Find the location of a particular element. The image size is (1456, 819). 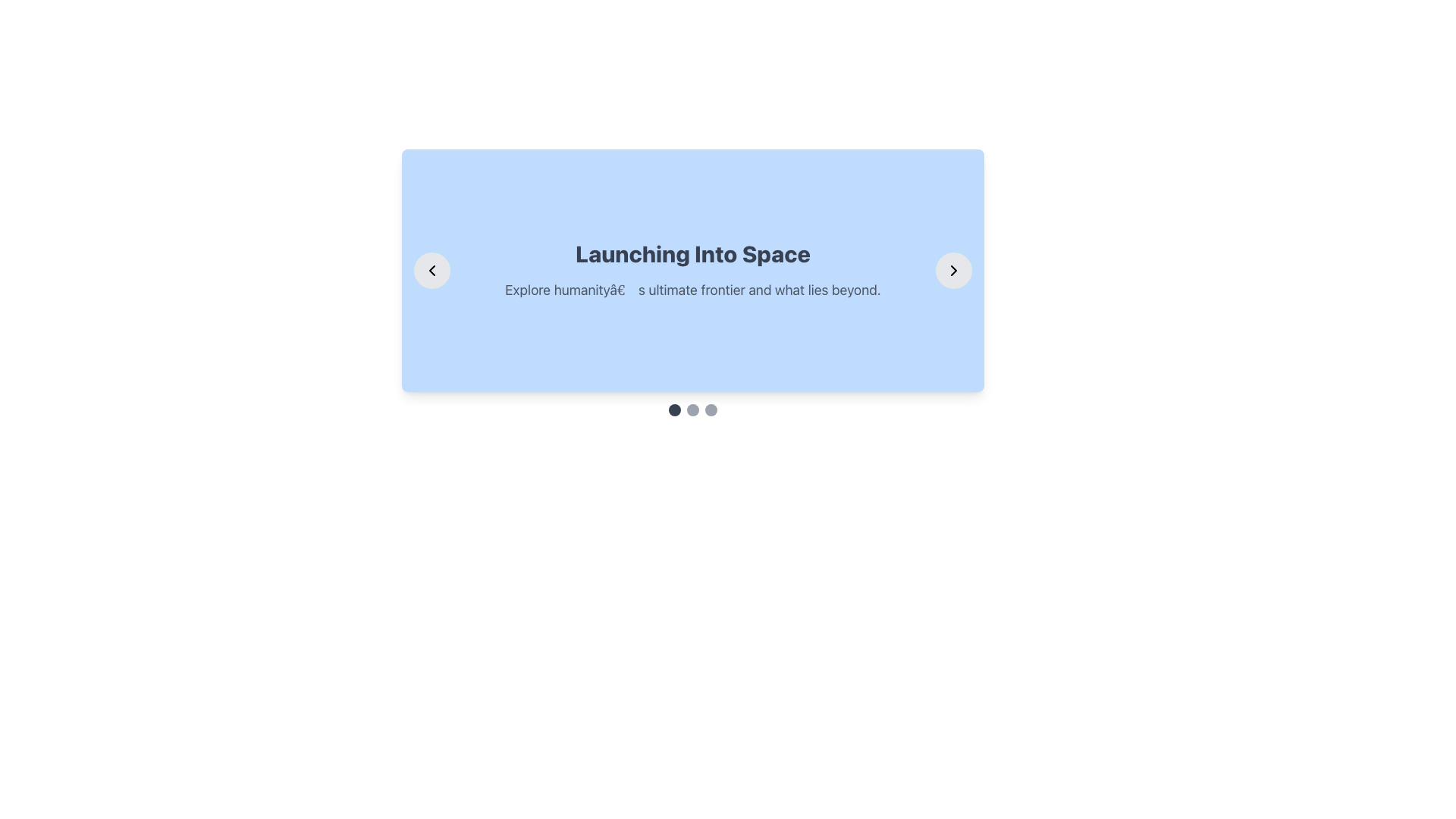

the right navigation button, which is a circular button with a gray background and a black arrowhead pointing to the right is located at coordinates (952, 270).